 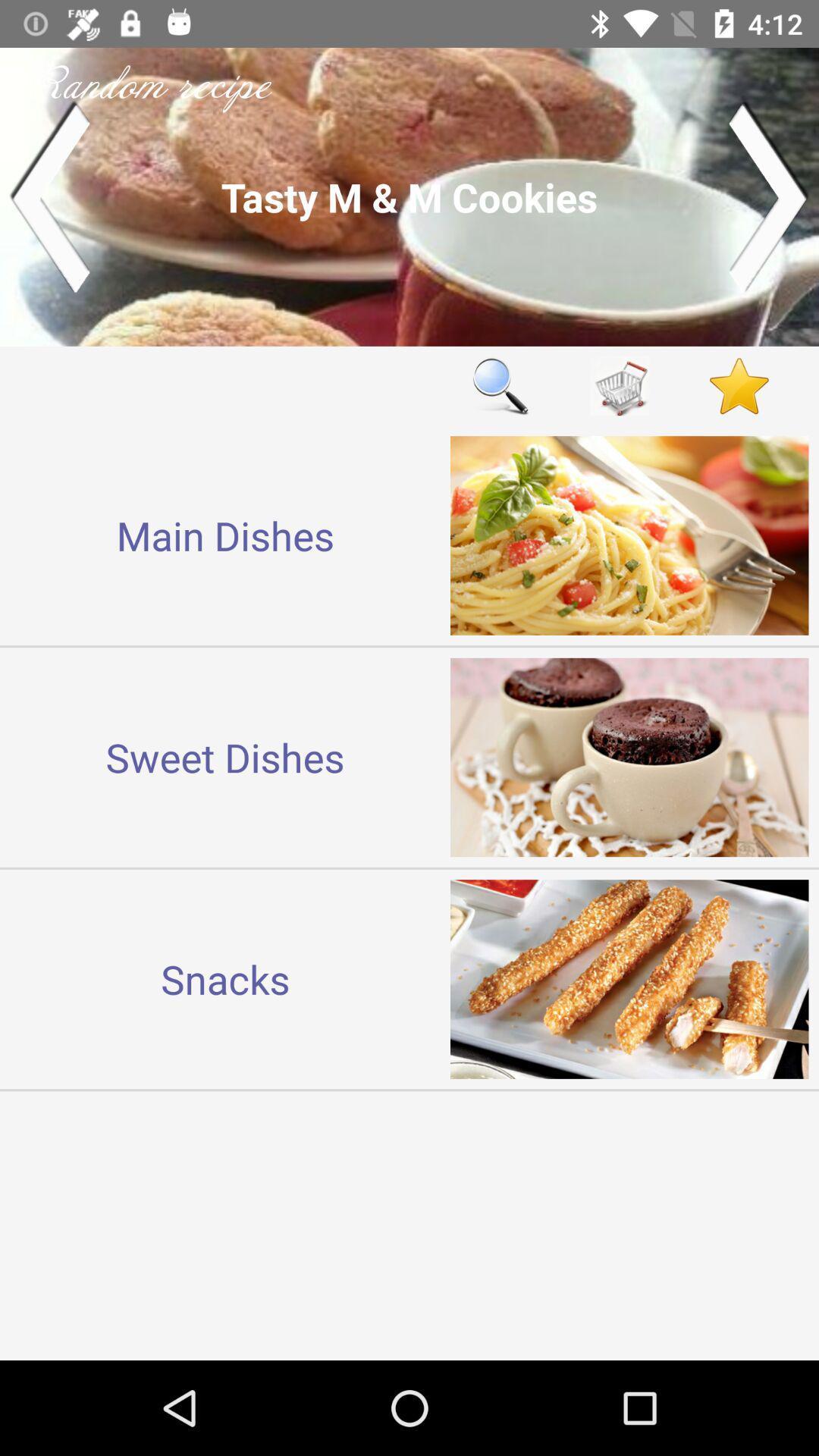 What do you see at coordinates (225, 535) in the screenshot?
I see `the icon above the sweet dishes item` at bounding box center [225, 535].